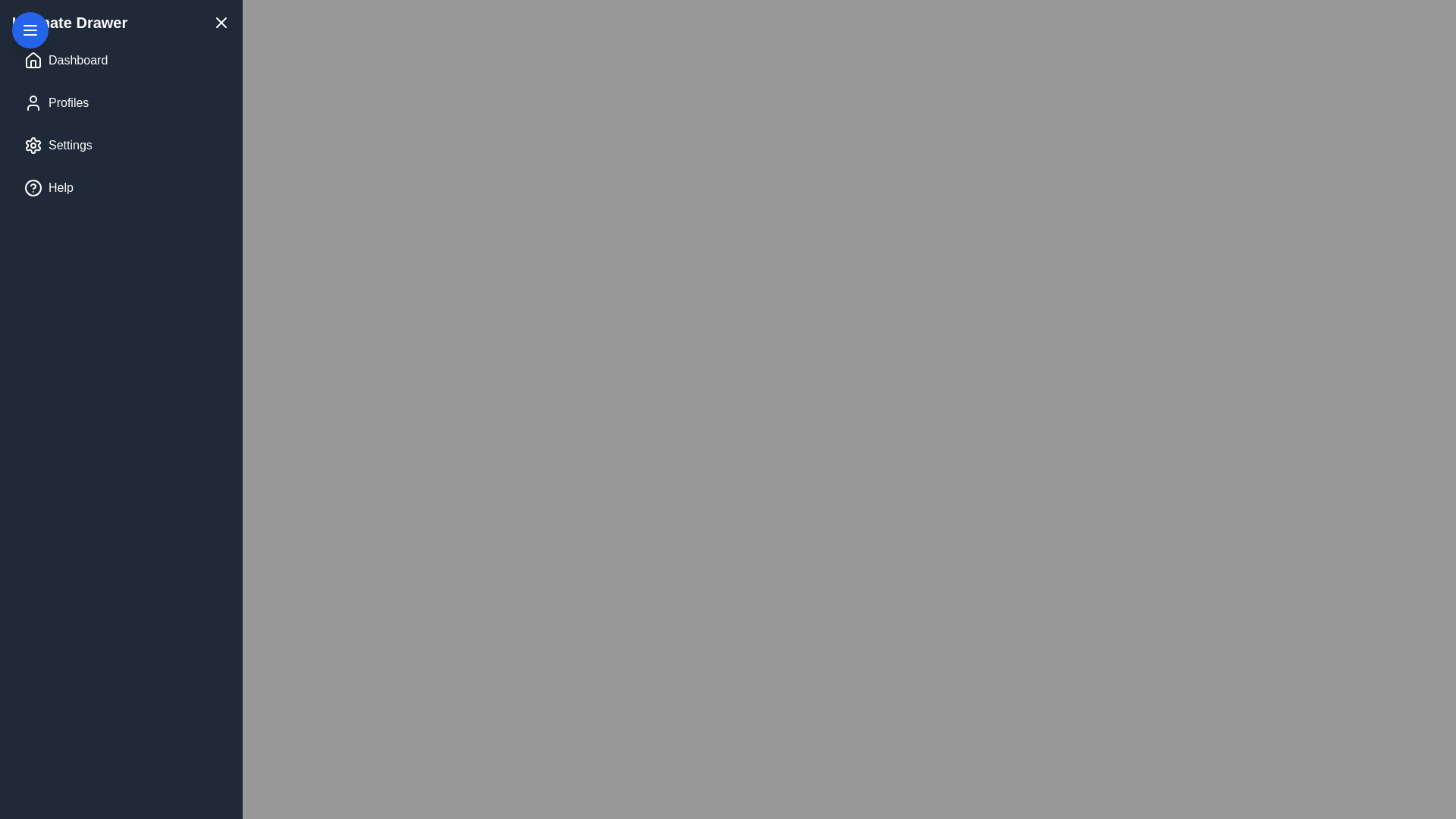 The width and height of the screenshot is (1456, 819). What do you see at coordinates (120, 102) in the screenshot?
I see `the second item in the vertical sidebar navigation menu, which links to the Profiles section of the application` at bounding box center [120, 102].